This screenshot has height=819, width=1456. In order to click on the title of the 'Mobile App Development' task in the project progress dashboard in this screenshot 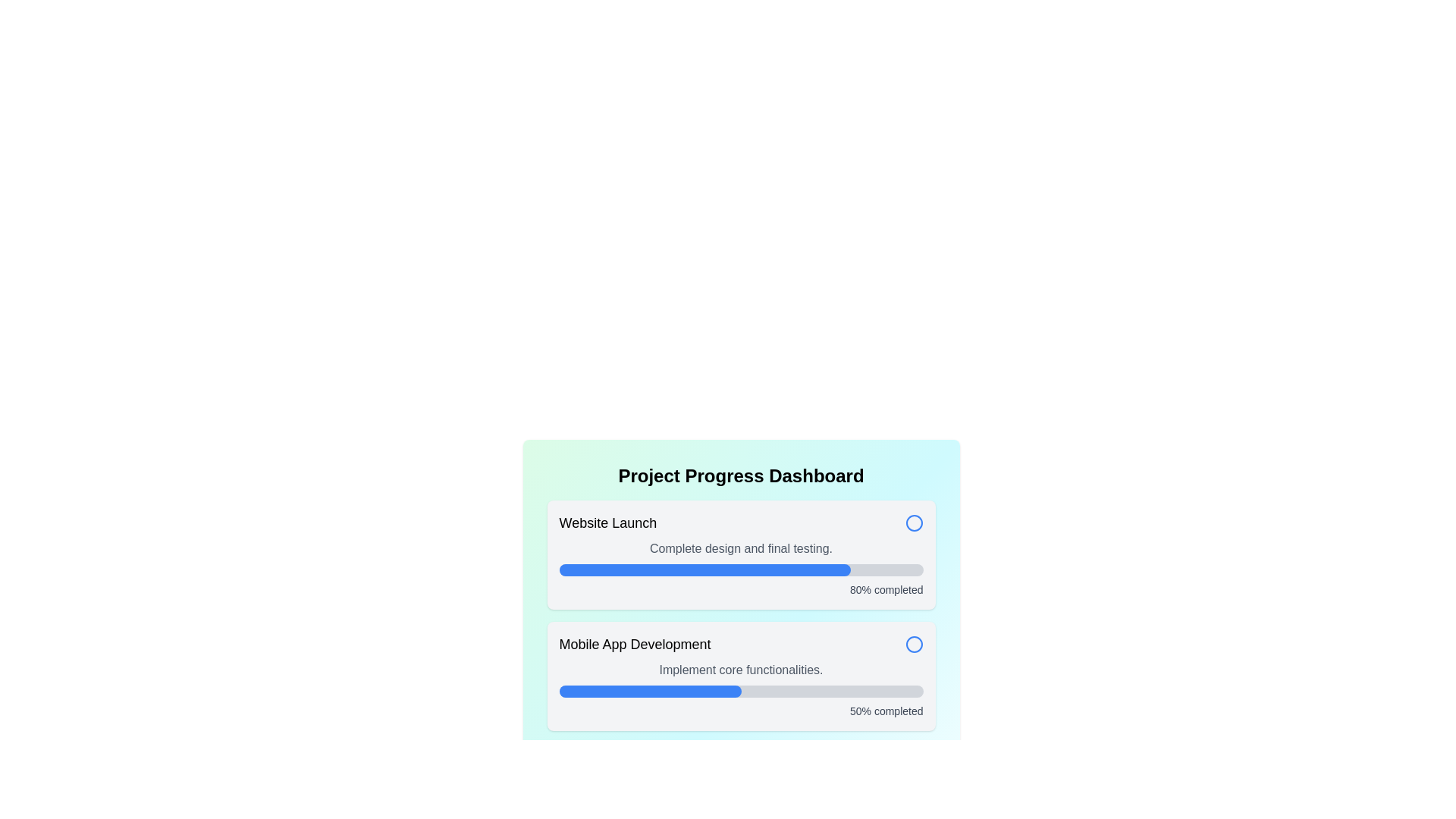, I will do `click(741, 644)`.